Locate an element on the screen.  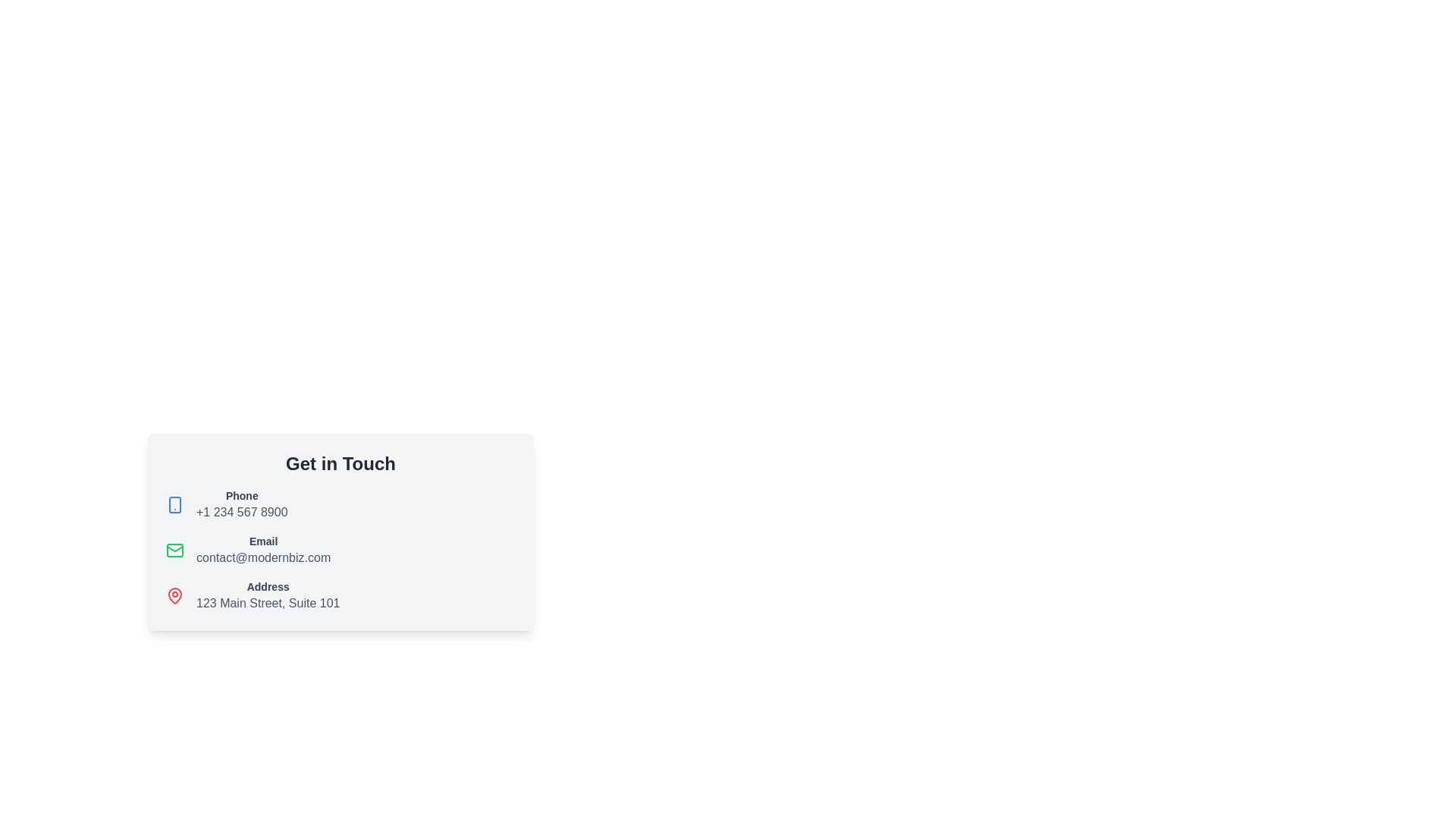
the contact email text element located beneath the 'Email' label, centered horizontally within the card is located at coordinates (263, 558).